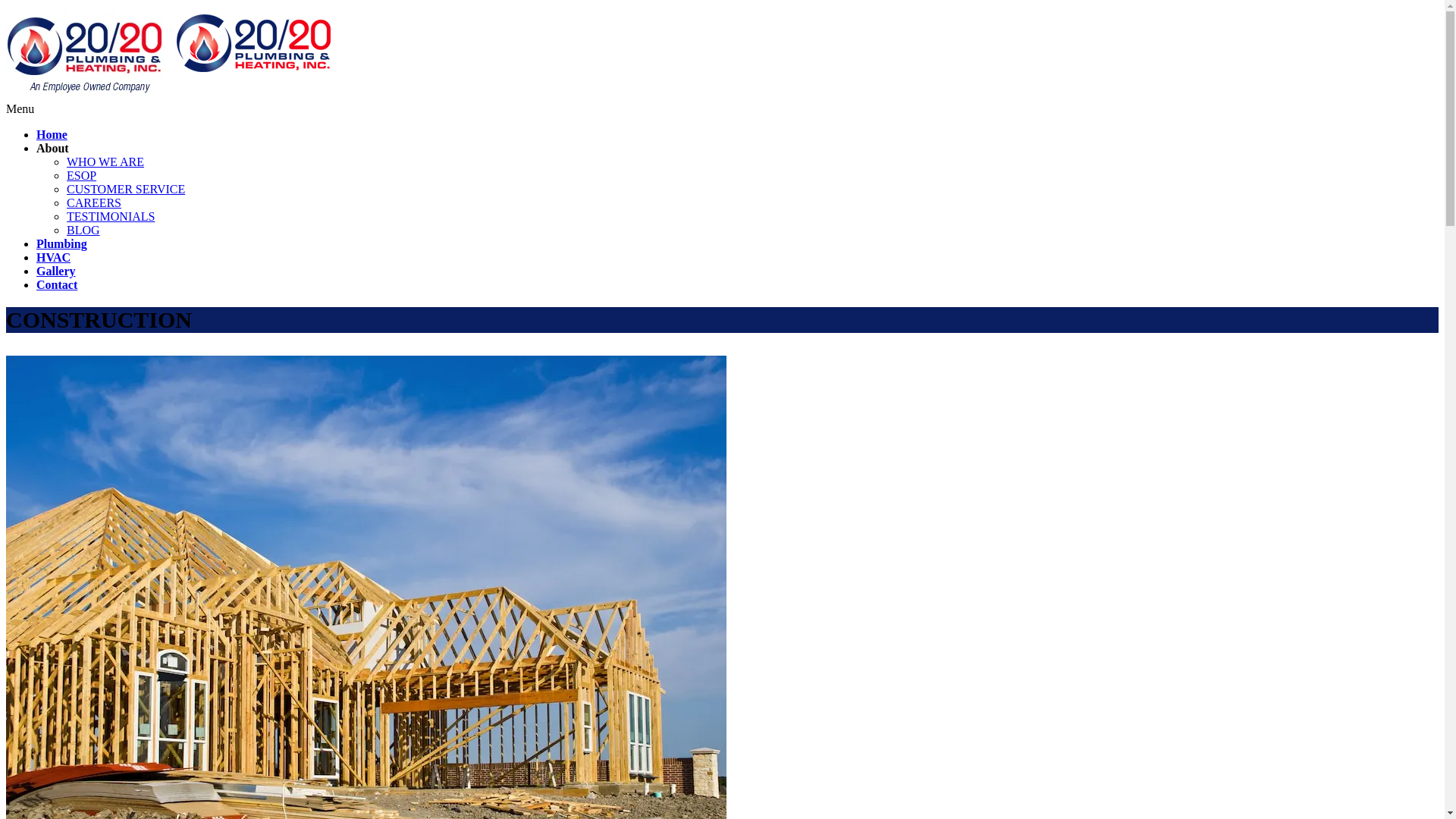 This screenshot has width=1456, height=819. I want to click on 'ESOP', so click(80, 174).